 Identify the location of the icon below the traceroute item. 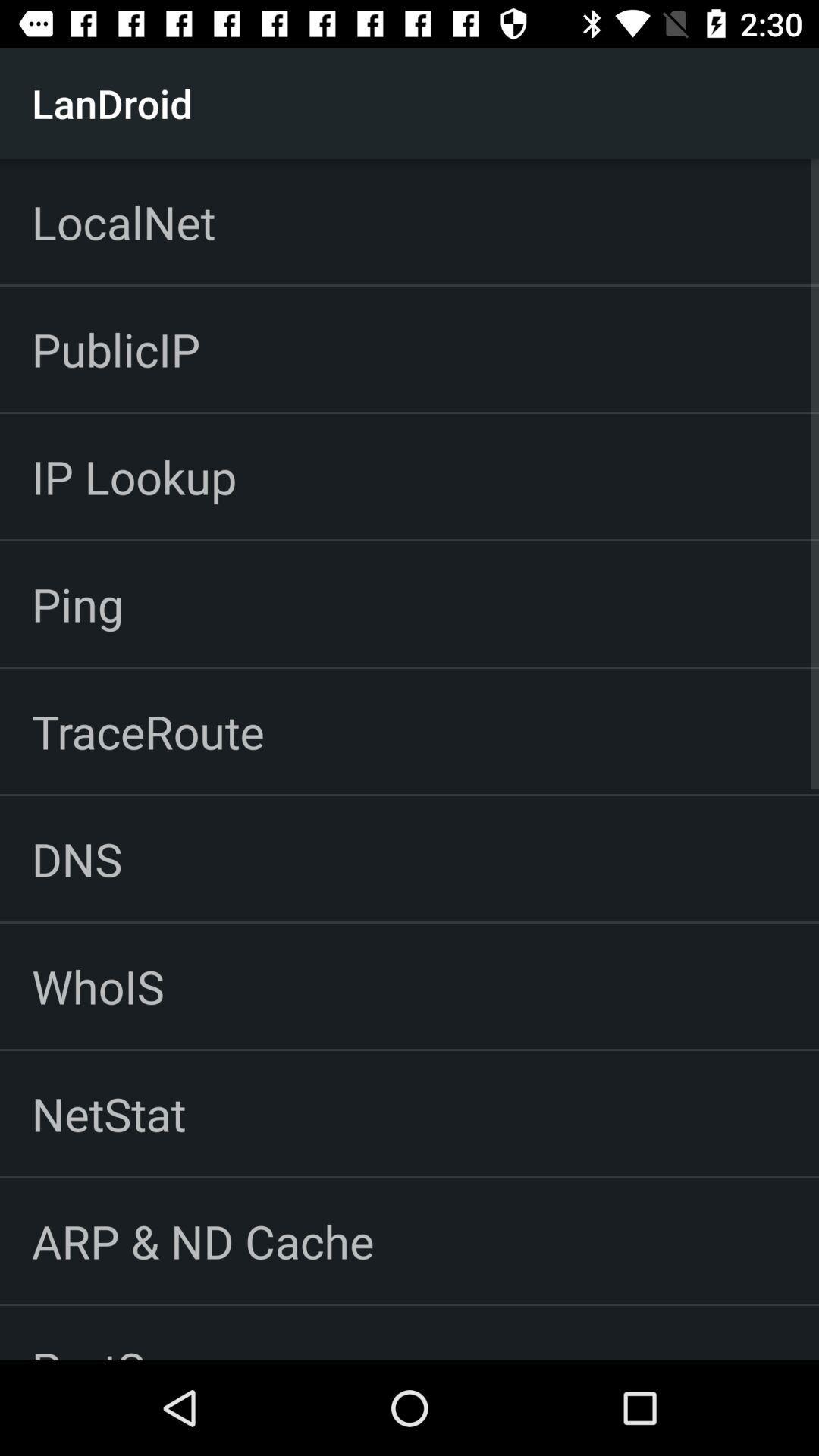
(77, 858).